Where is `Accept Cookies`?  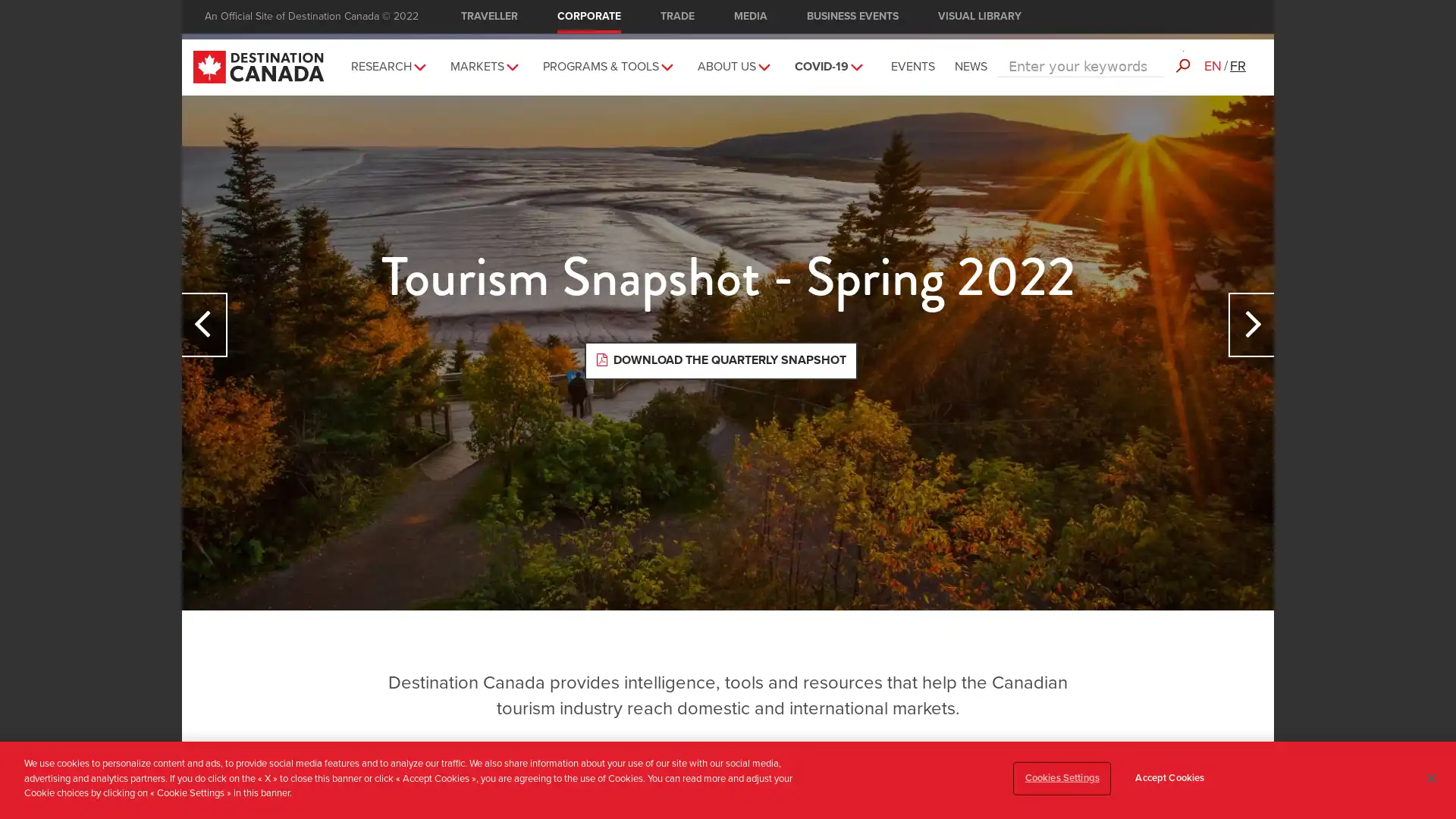
Accept Cookies is located at coordinates (1169, 778).